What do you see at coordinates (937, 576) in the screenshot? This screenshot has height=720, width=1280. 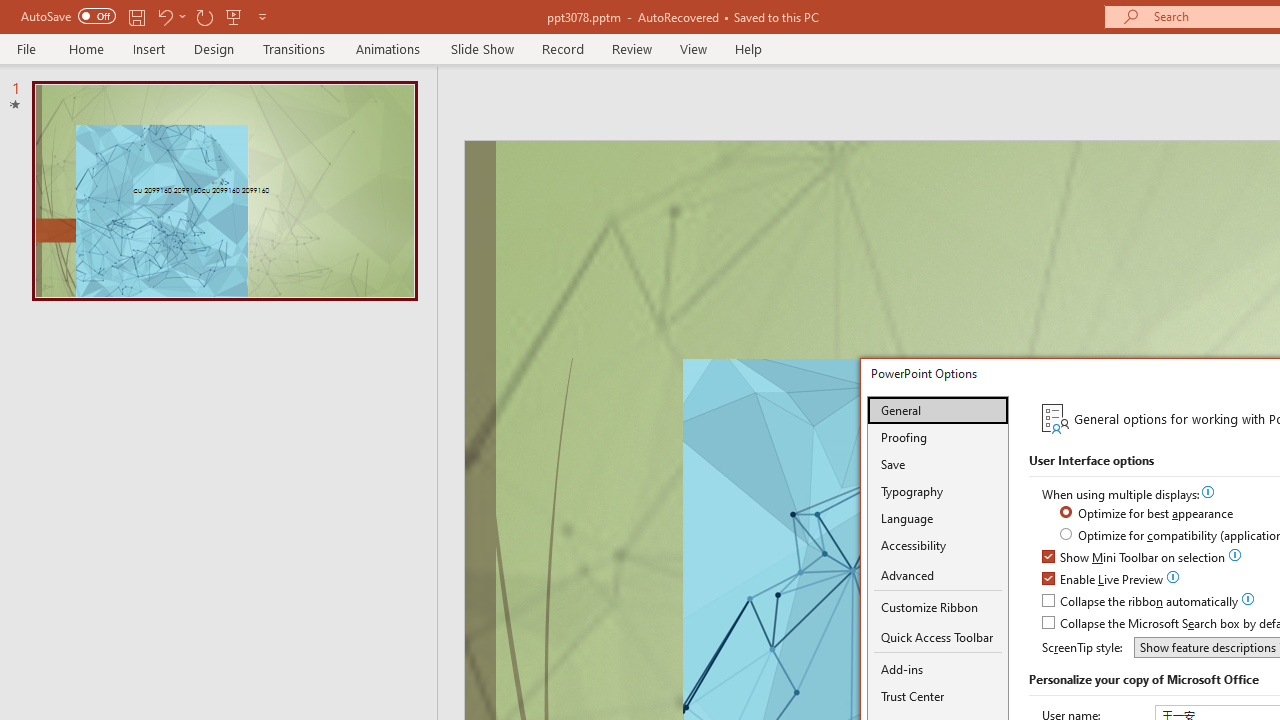 I see `'Advanced'` at bounding box center [937, 576].